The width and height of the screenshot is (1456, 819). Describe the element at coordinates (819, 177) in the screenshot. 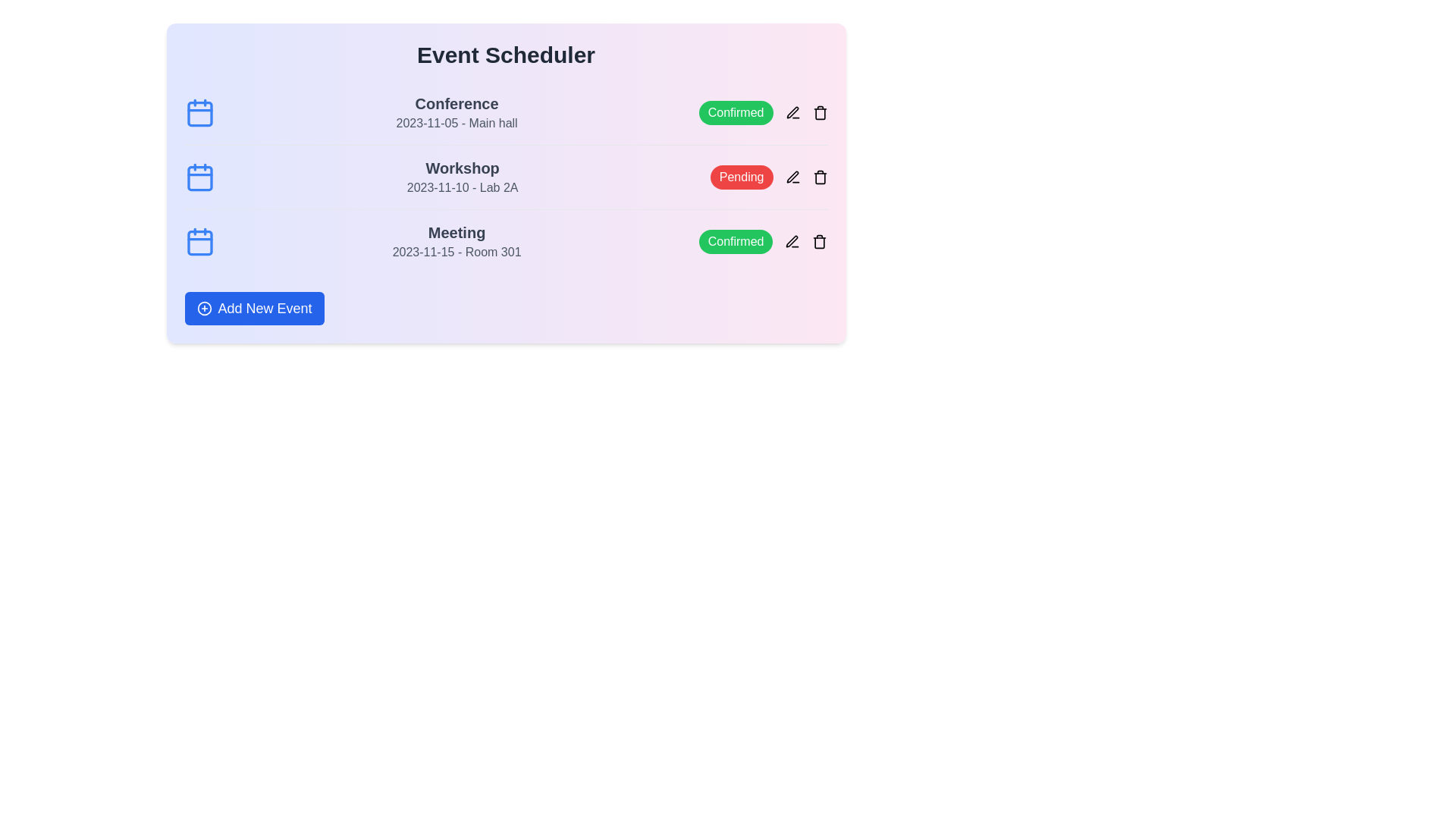

I see `the trash can icon button for the 'Workshop' event` at that location.